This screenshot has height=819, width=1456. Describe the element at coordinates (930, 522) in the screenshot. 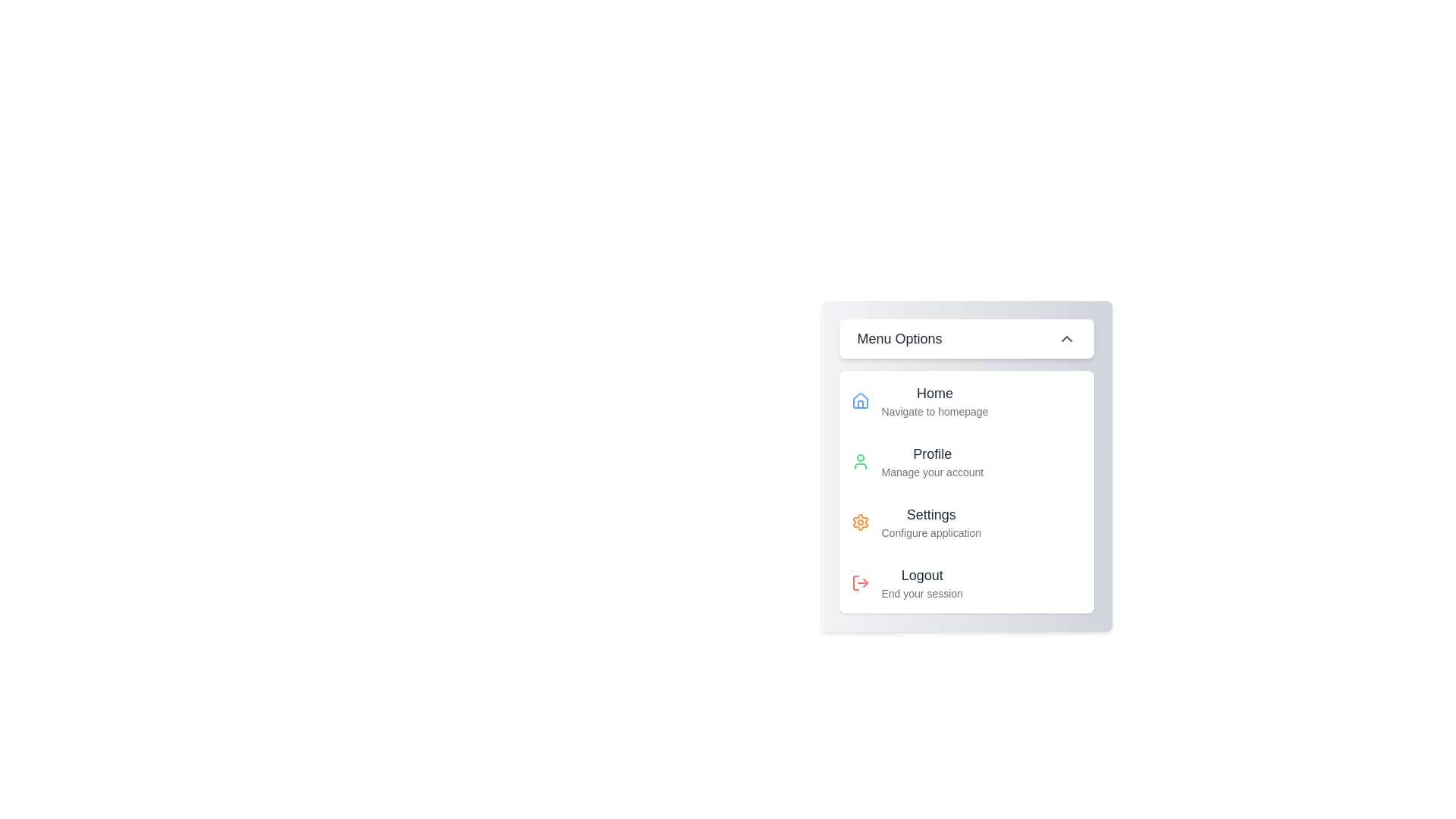

I see `the third menu item labeled as 'Settings' within the 'Menu Options'` at that location.